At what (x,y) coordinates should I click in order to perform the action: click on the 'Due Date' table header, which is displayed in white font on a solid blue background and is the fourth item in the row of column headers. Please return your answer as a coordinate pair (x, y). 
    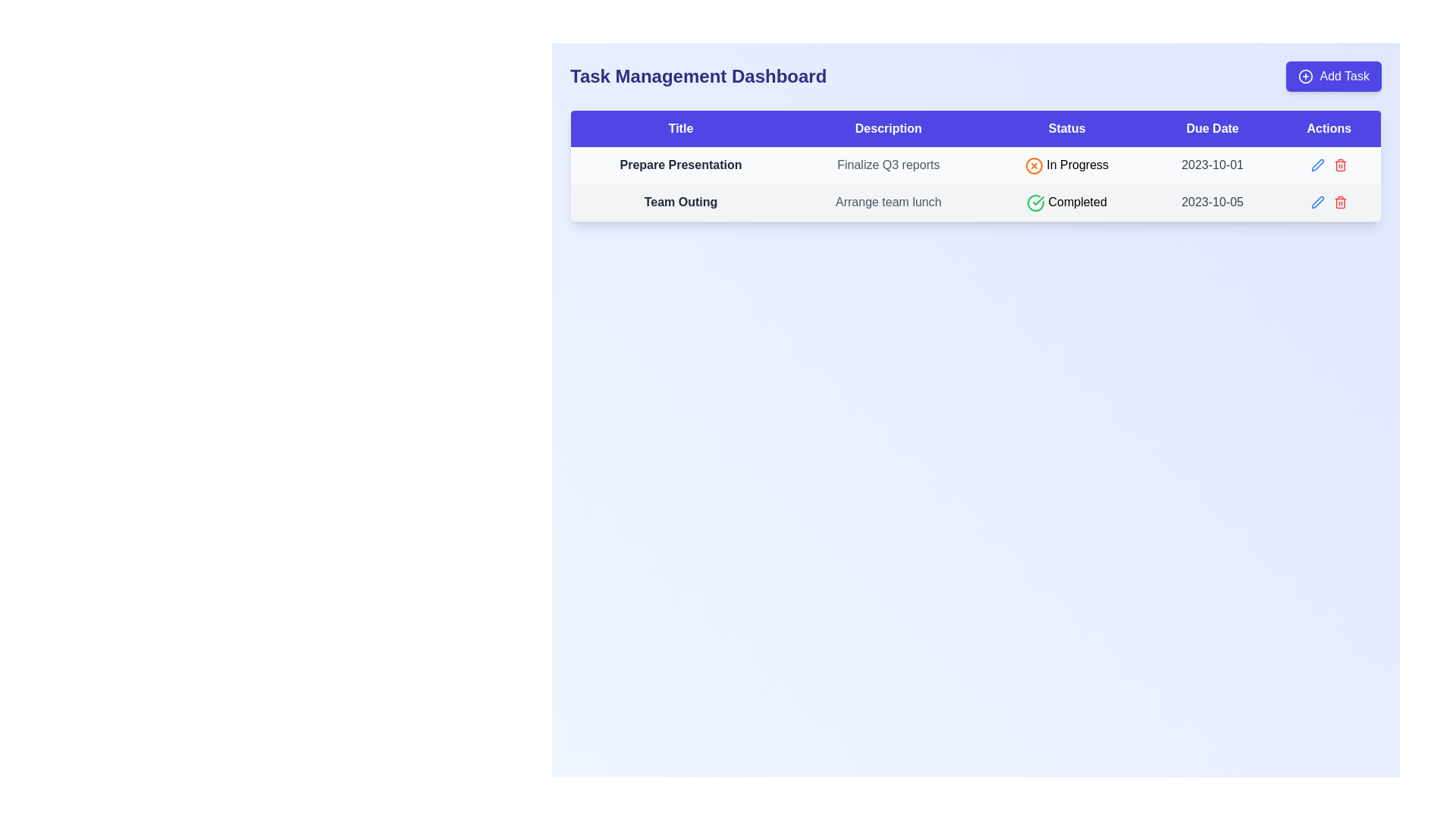
    Looking at the image, I should click on (1212, 127).